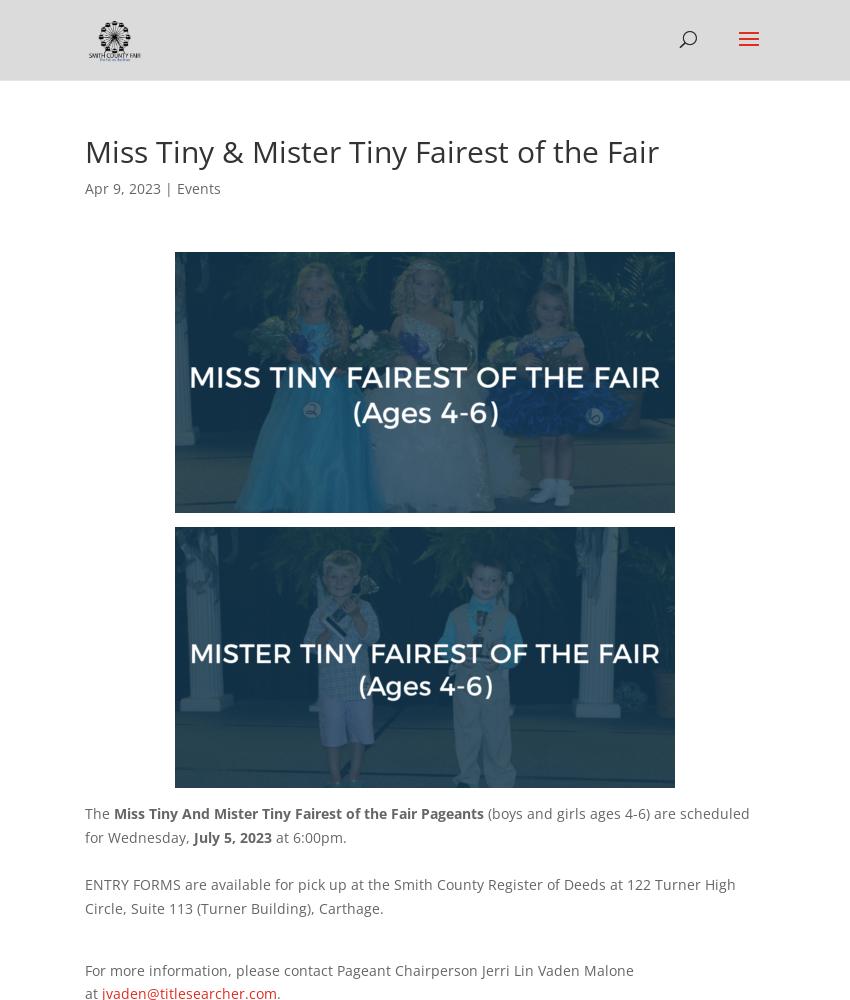 This screenshot has width=850, height=1000. What do you see at coordinates (370, 151) in the screenshot?
I see `'Miss Tiny & Mister Tiny Fairest of the Fair'` at bounding box center [370, 151].